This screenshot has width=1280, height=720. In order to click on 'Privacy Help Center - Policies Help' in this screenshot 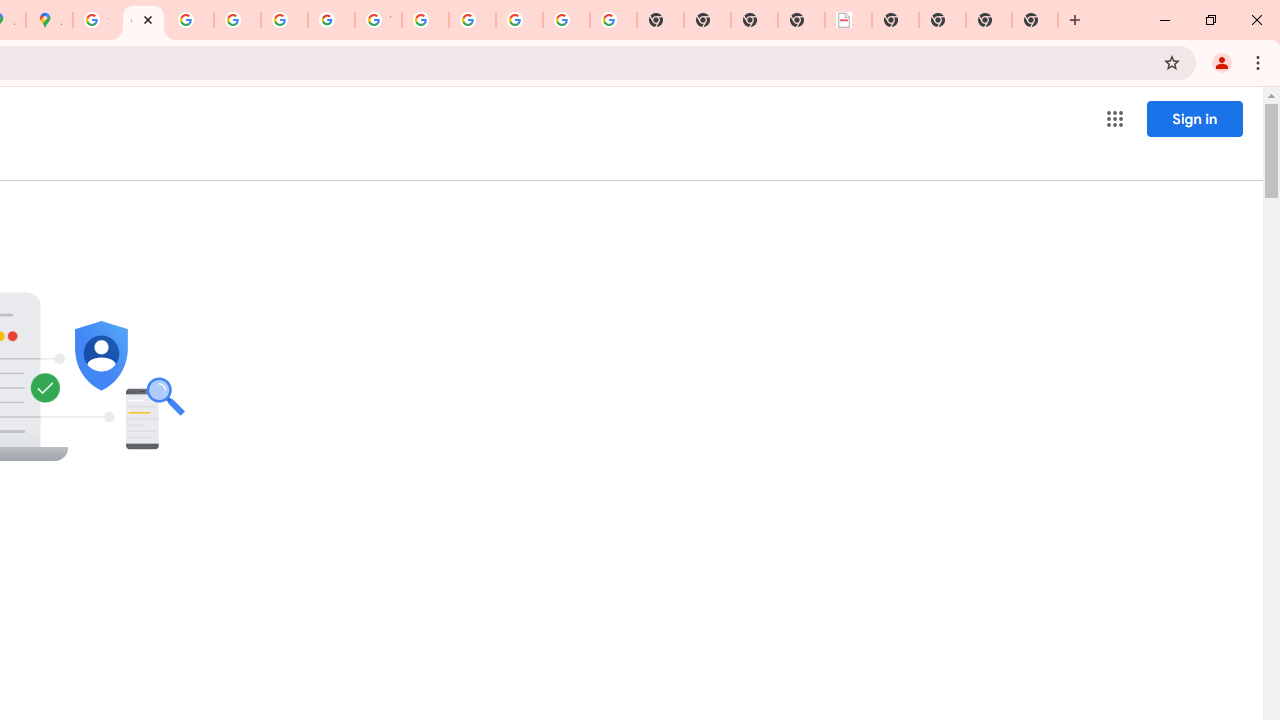, I will do `click(237, 20)`.